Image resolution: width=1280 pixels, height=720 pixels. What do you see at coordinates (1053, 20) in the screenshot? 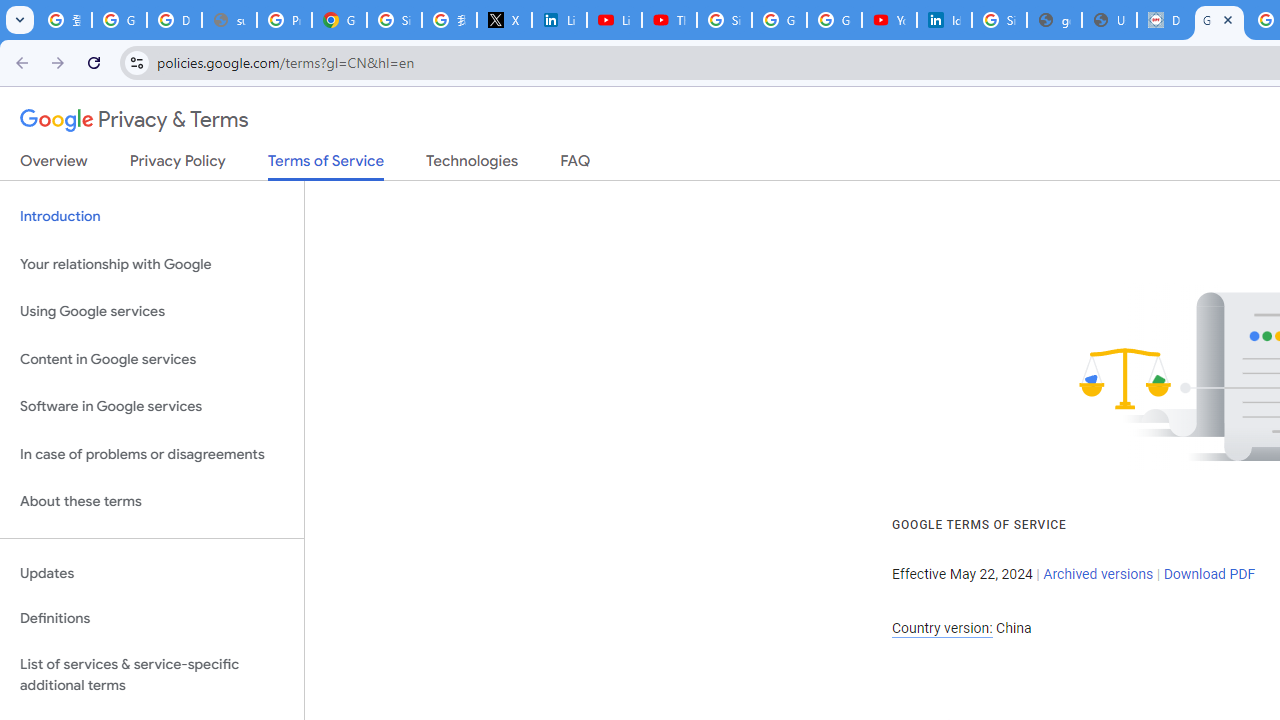
I see `'google_privacy_policy_en.pdf'` at bounding box center [1053, 20].